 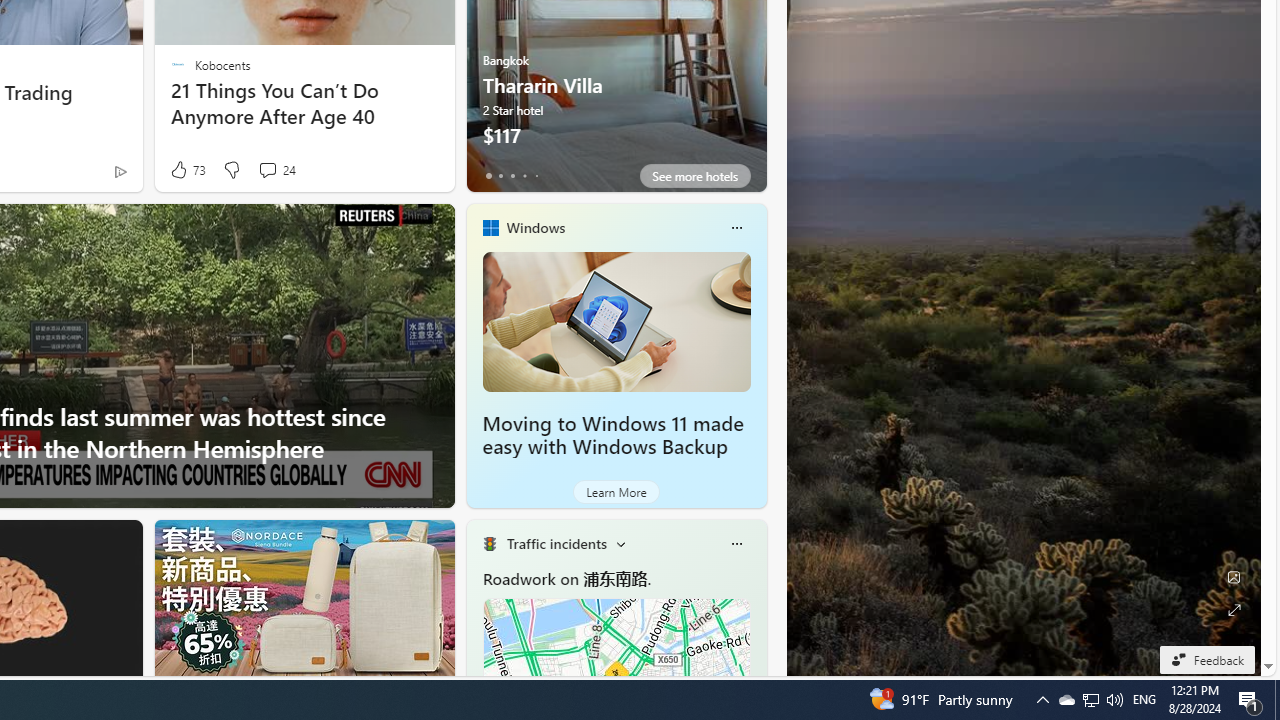 I want to click on 'tab-2', so click(x=512, y=175).